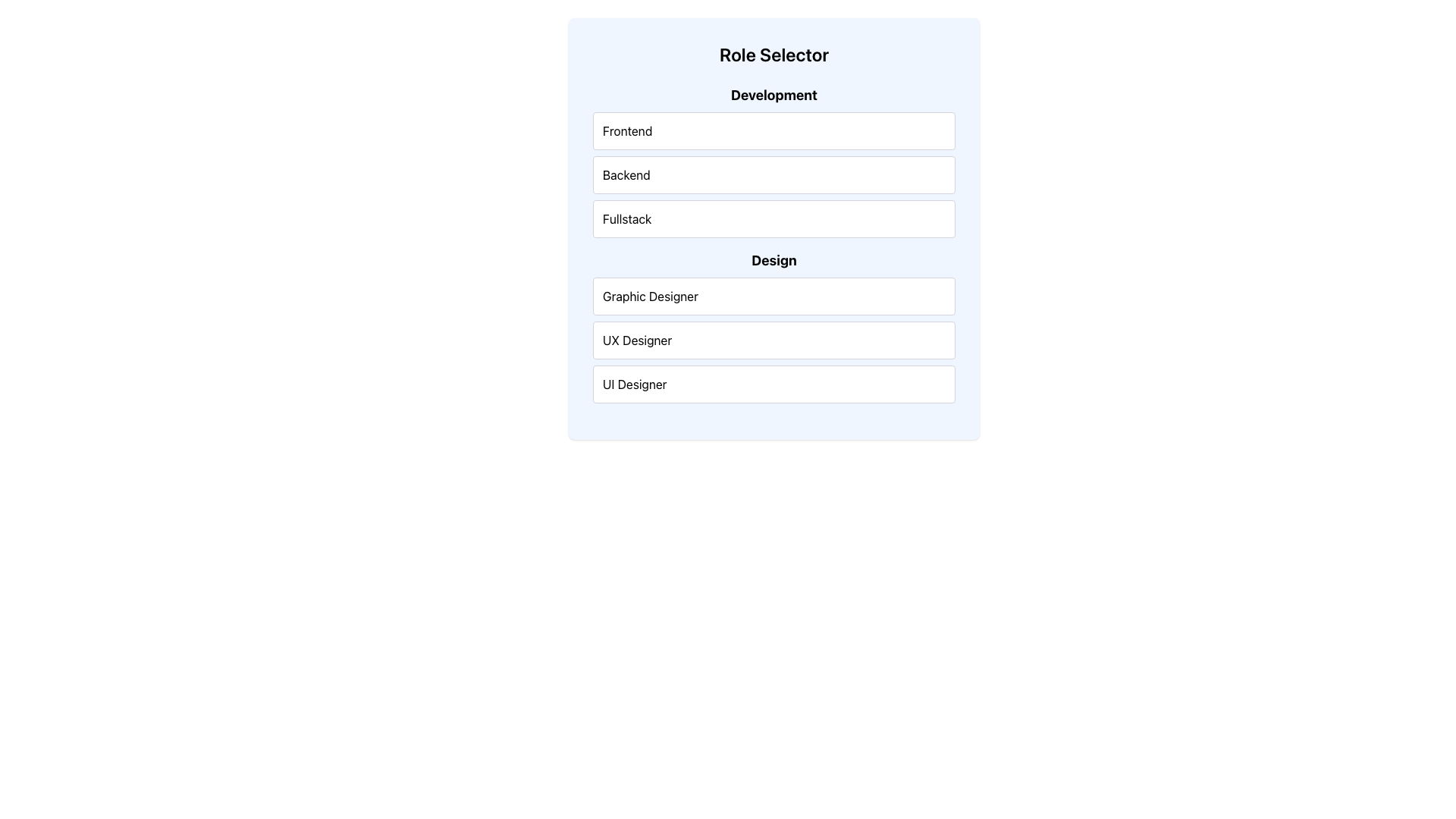 The image size is (1456, 819). Describe the element at coordinates (774, 96) in the screenshot. I see `the bold text label at the top of the 'Development' section in the role selection interface` at that location.